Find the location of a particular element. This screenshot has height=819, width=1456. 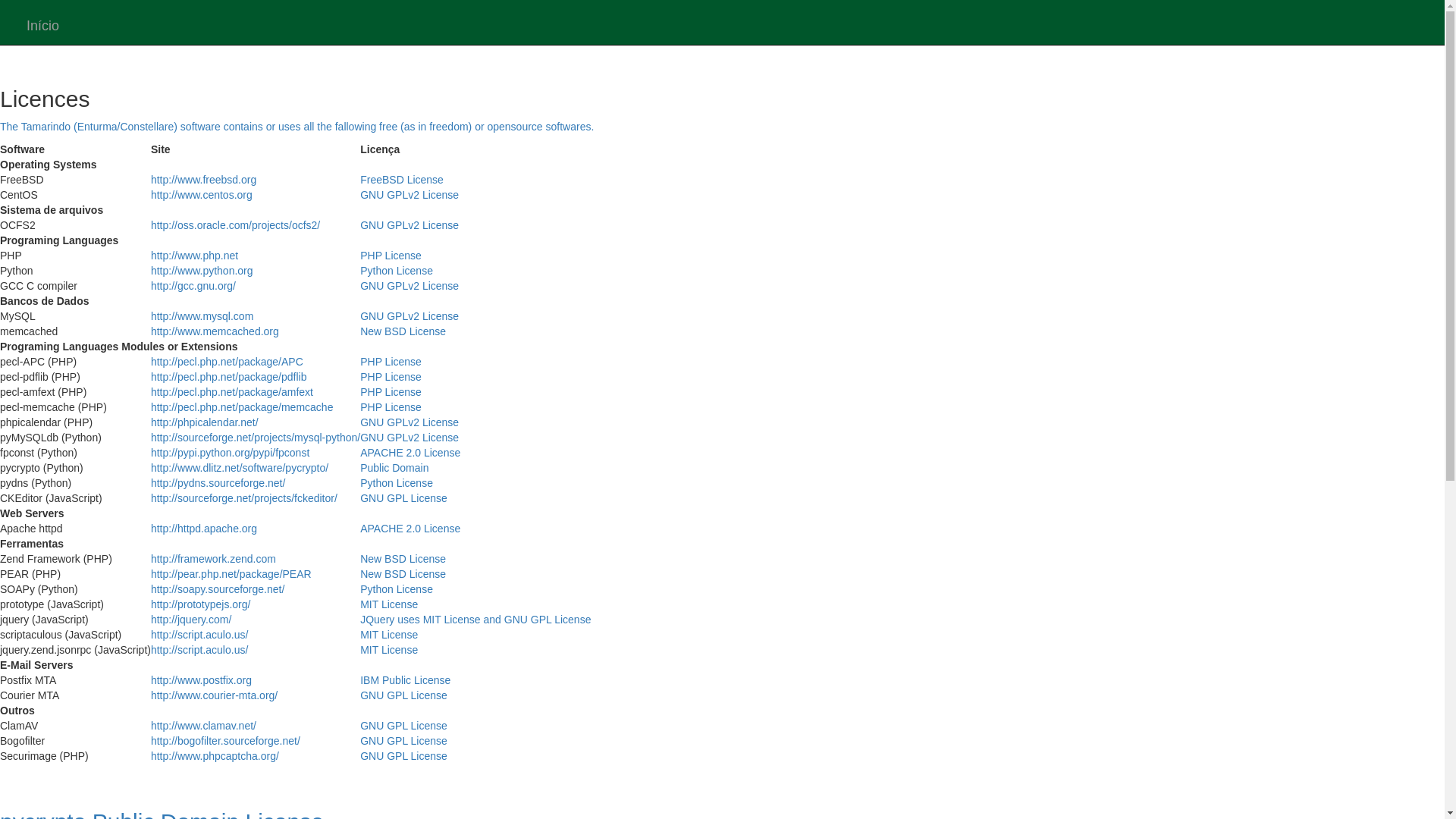

'http://www.dlitz.net/software/pycrypto/' is located at coordinates (239, 467).